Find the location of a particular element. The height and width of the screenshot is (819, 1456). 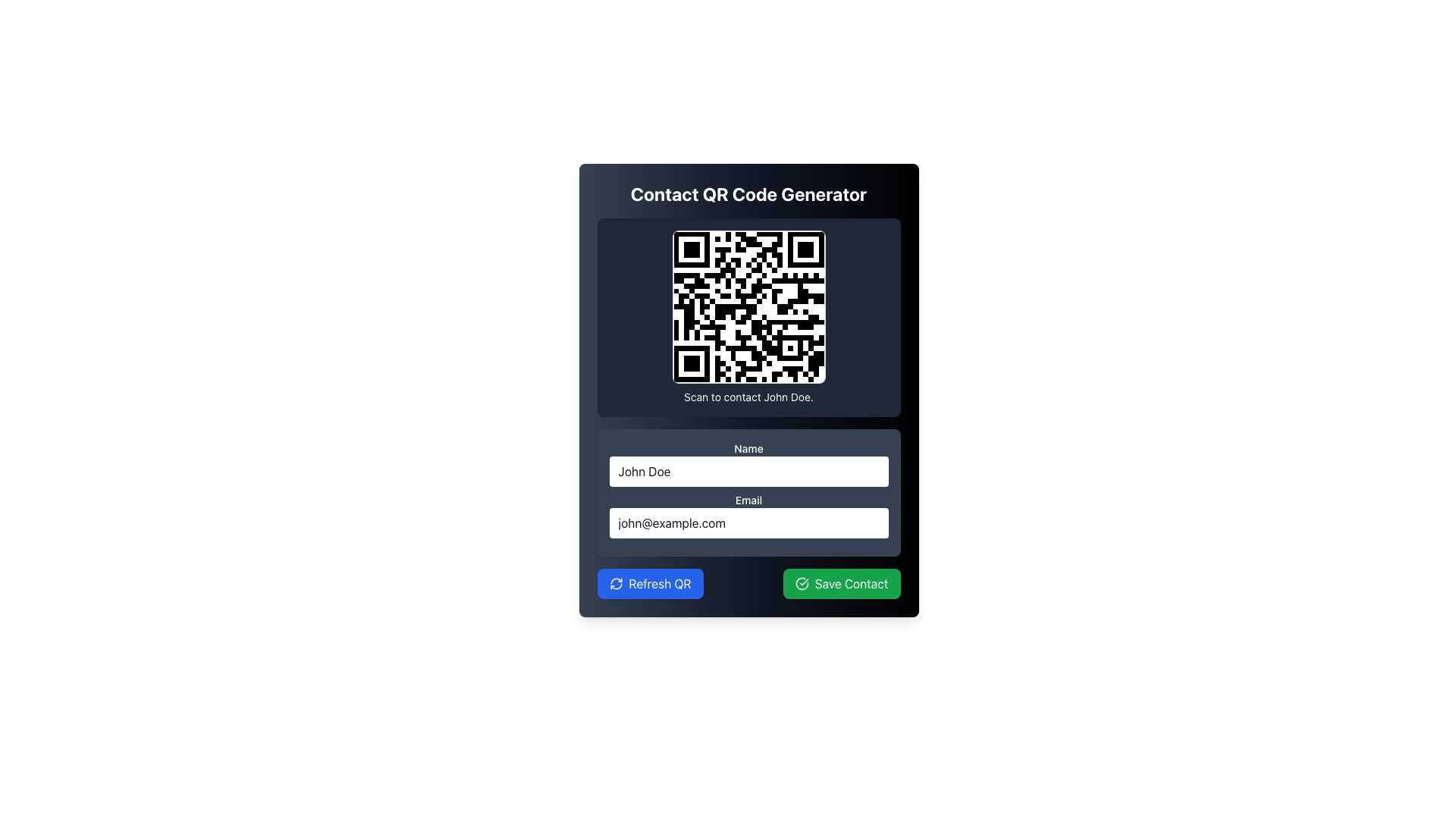

the circular icon with a green background and a white check mark that is located to the left of the 'Save Contact' button is located at coordinates (801, 583).